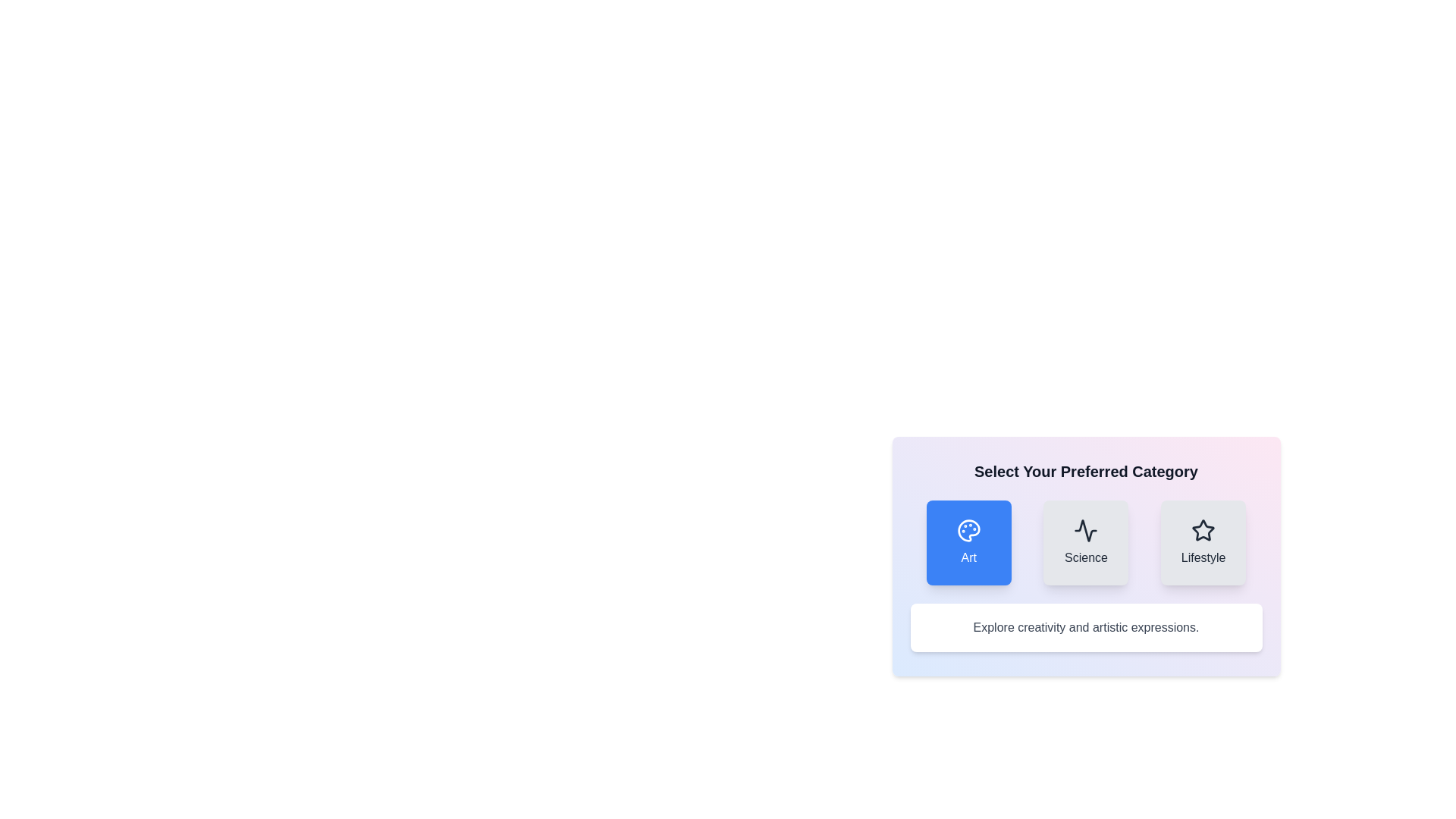 The width and height of the screenshot is (1456, 819). I want to click on the 'Science' category button, so click(1085, 542).